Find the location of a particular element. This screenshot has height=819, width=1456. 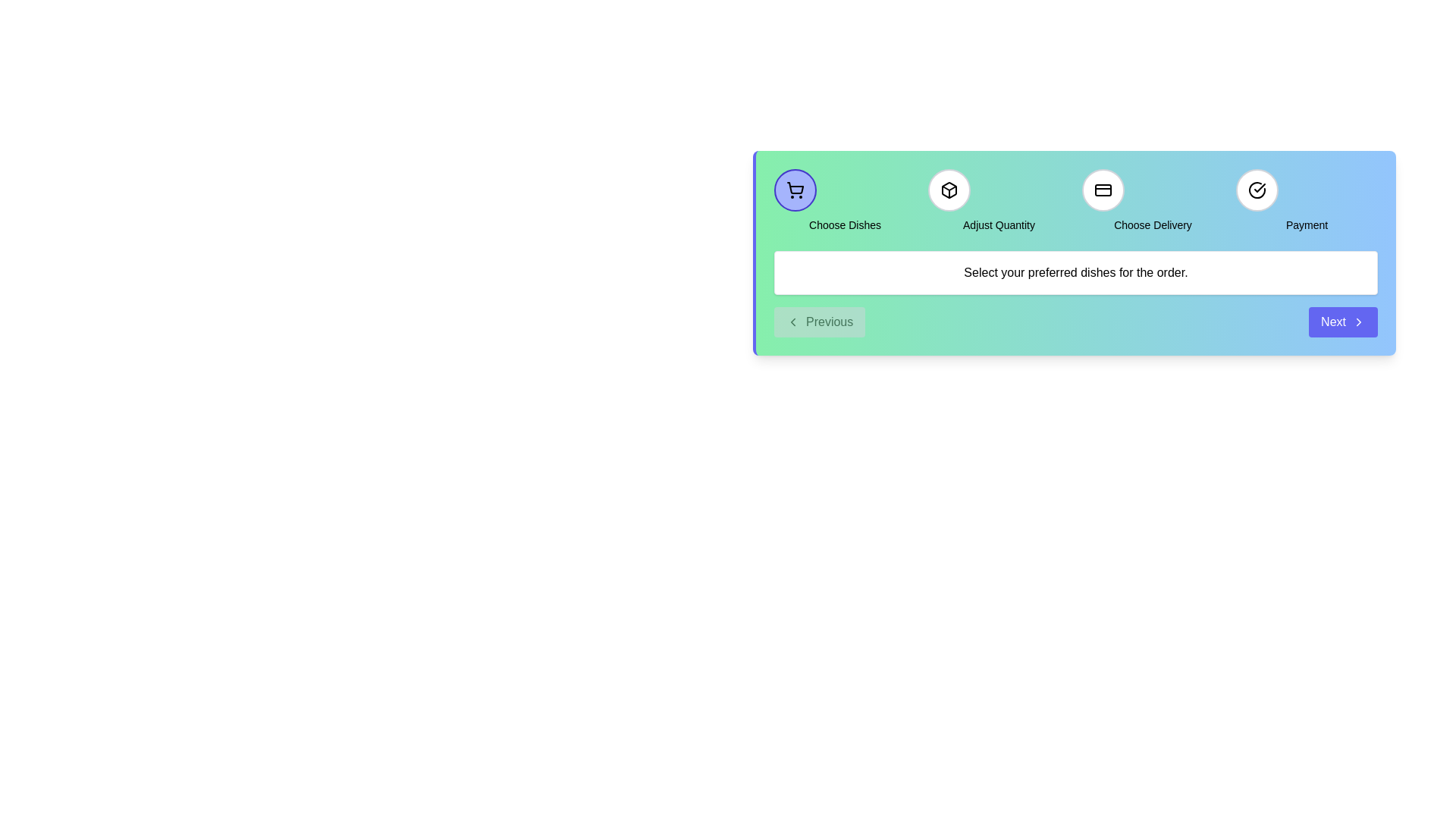

the checkmark icon inside a circular outline located at the top-right corner of the colored interface, which is part of the segmented interface labeled 'Payment' is located at coordinates (1260, 187).